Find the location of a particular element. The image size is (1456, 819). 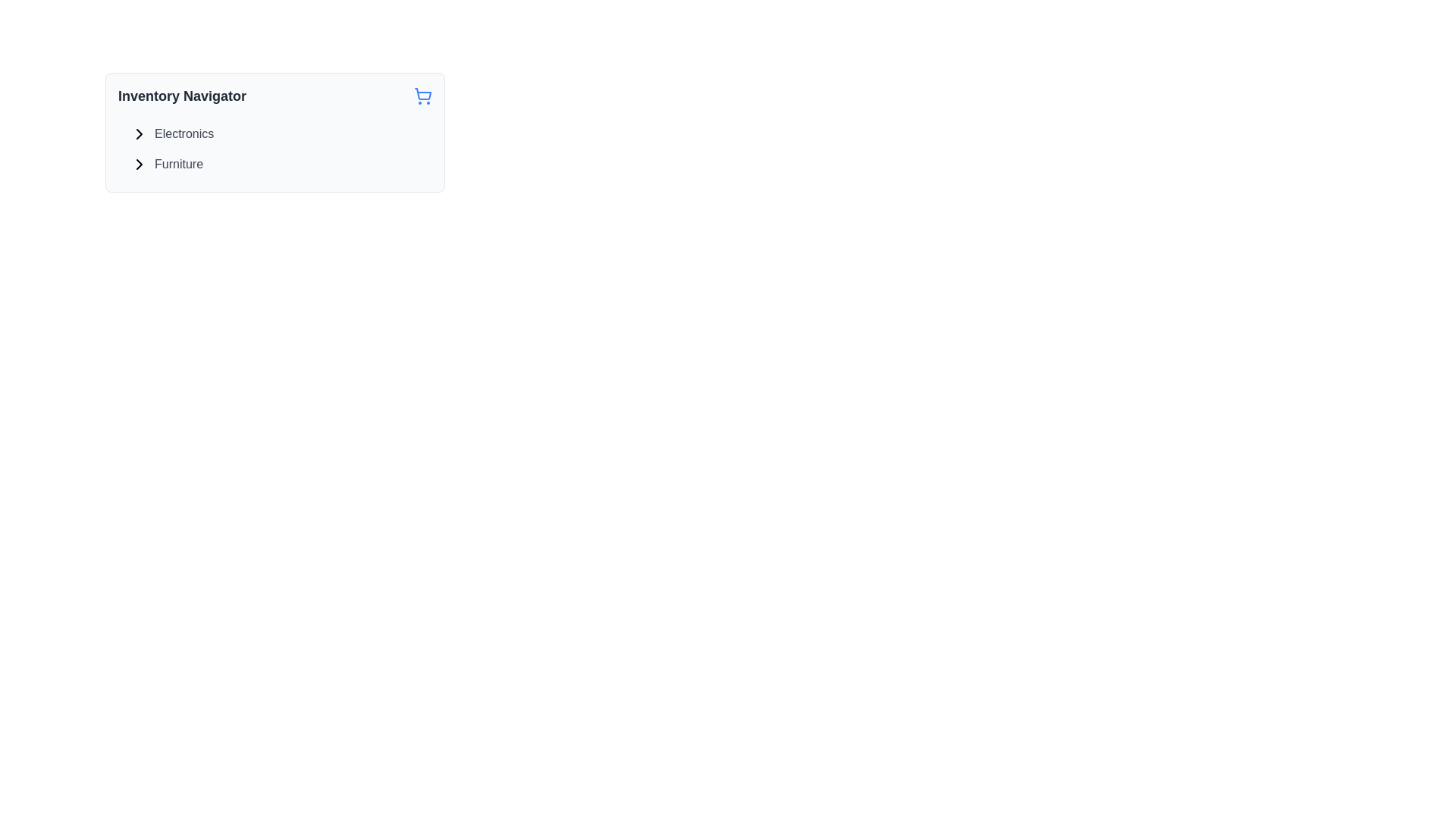

the rightward chevron icon in the 'Inventory Navigator' component, adjacent to the 'Electronics' label, to trigger a tooltip is located at coordinates (139, 133).